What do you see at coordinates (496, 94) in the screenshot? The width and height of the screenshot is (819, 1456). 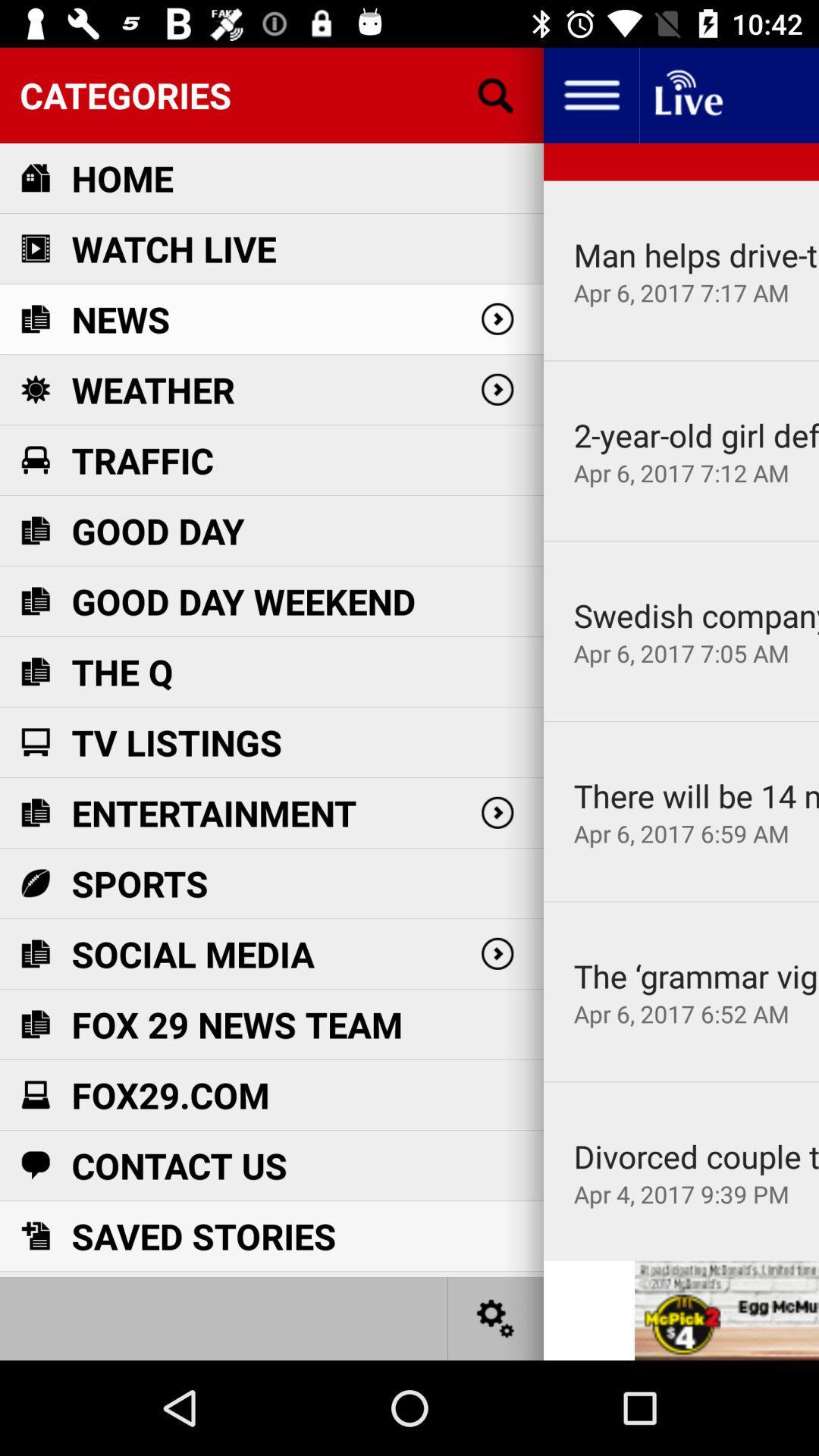 I see `search` at bounding box center [496, 94].